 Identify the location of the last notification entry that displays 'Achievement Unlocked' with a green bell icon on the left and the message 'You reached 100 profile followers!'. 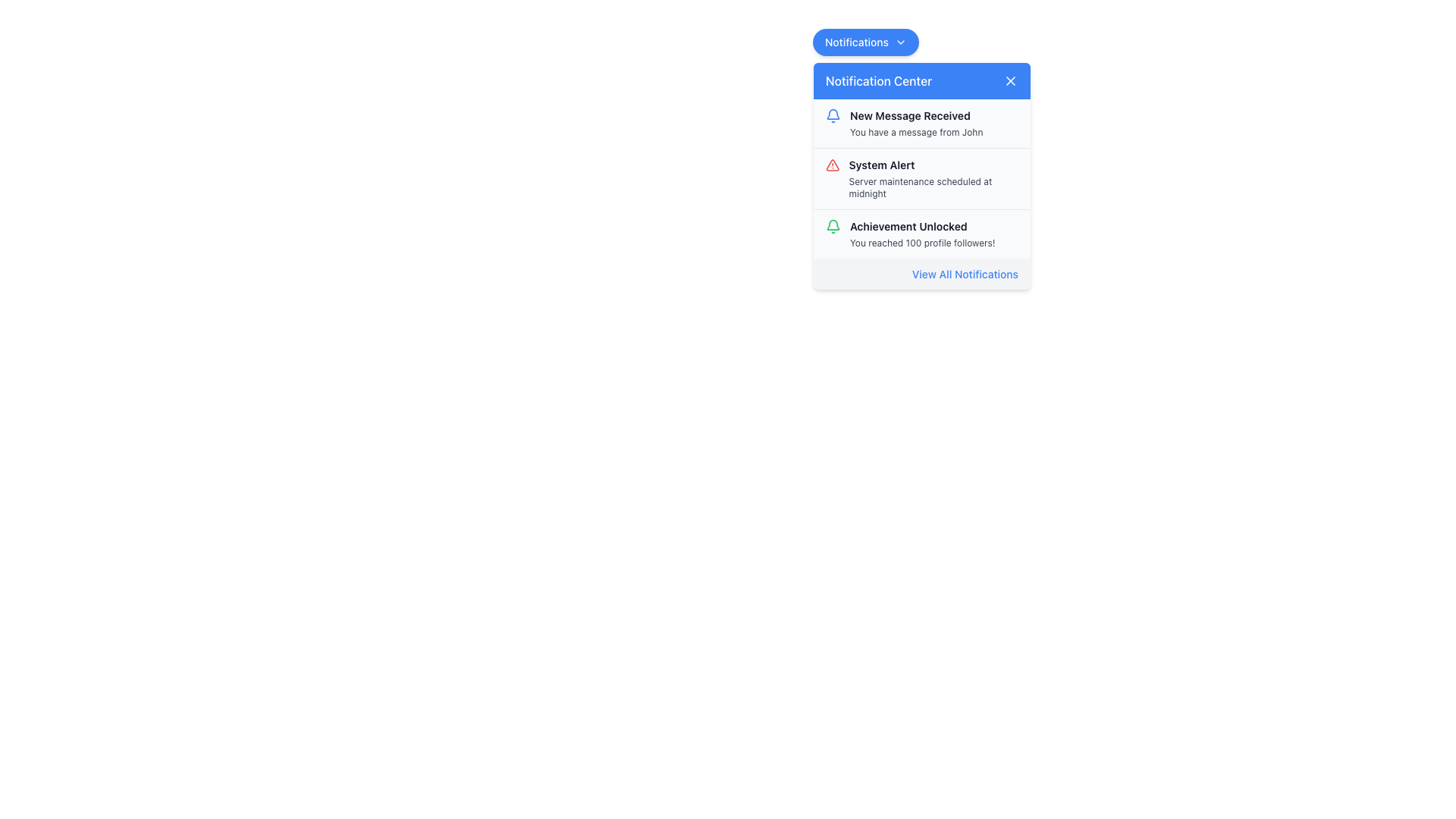
(921, 234).